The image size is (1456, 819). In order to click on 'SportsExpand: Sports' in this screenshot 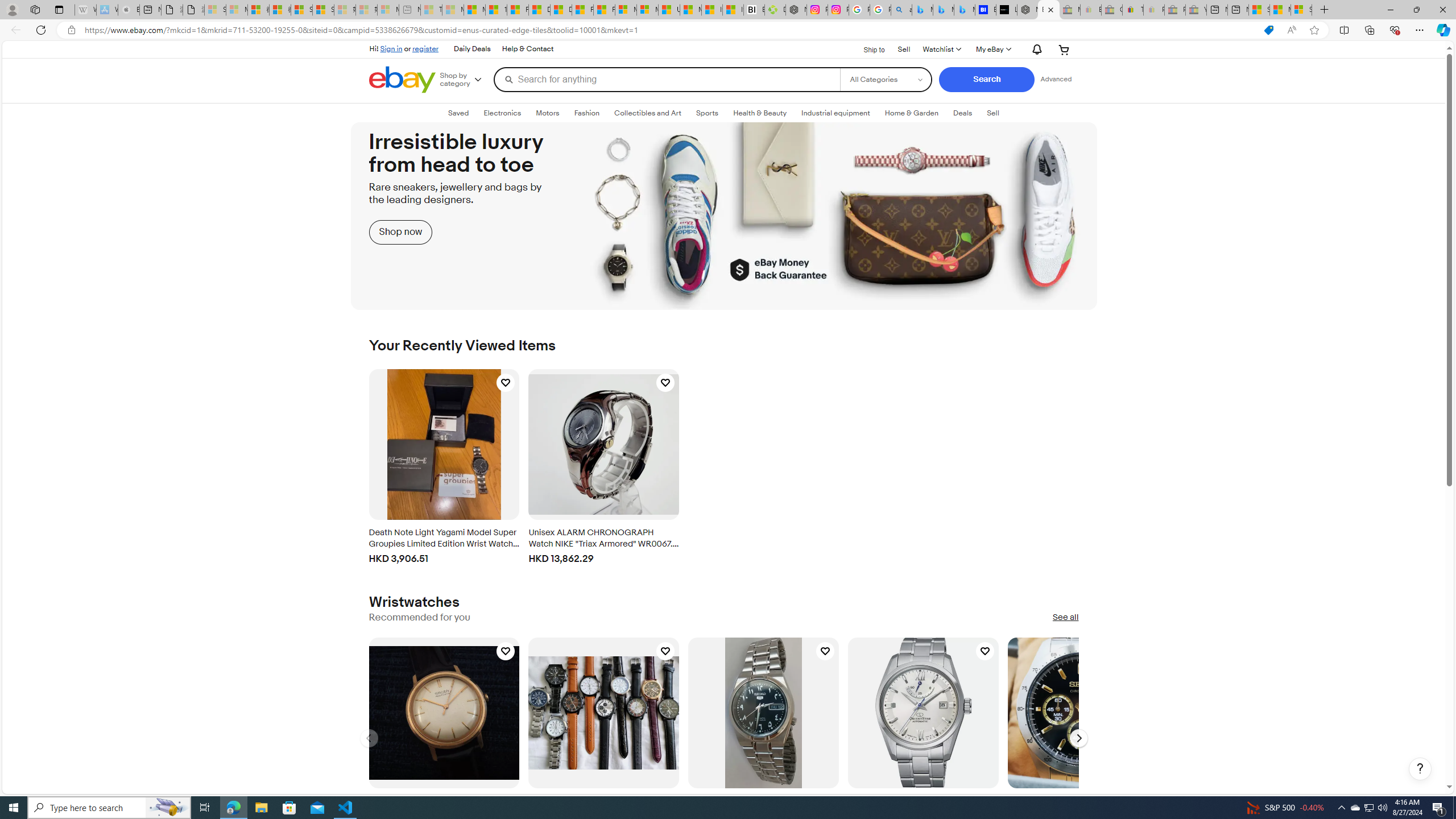, I will do `click(707, 113)`.